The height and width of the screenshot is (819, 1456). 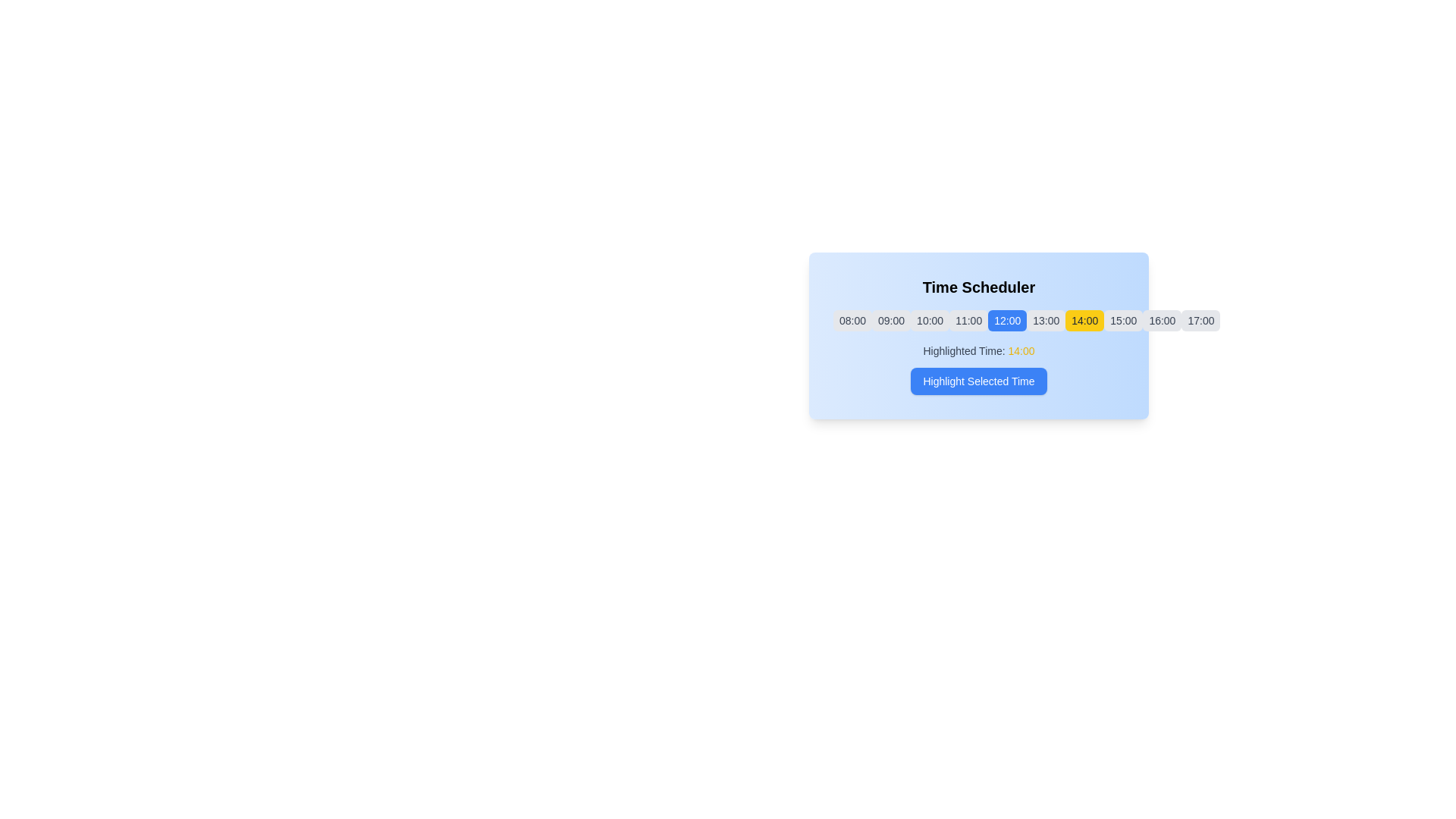 I want to click on through the horizontal list of selectable time slots, which are arranged in rounded rectangles, so click(x=979, y=320).